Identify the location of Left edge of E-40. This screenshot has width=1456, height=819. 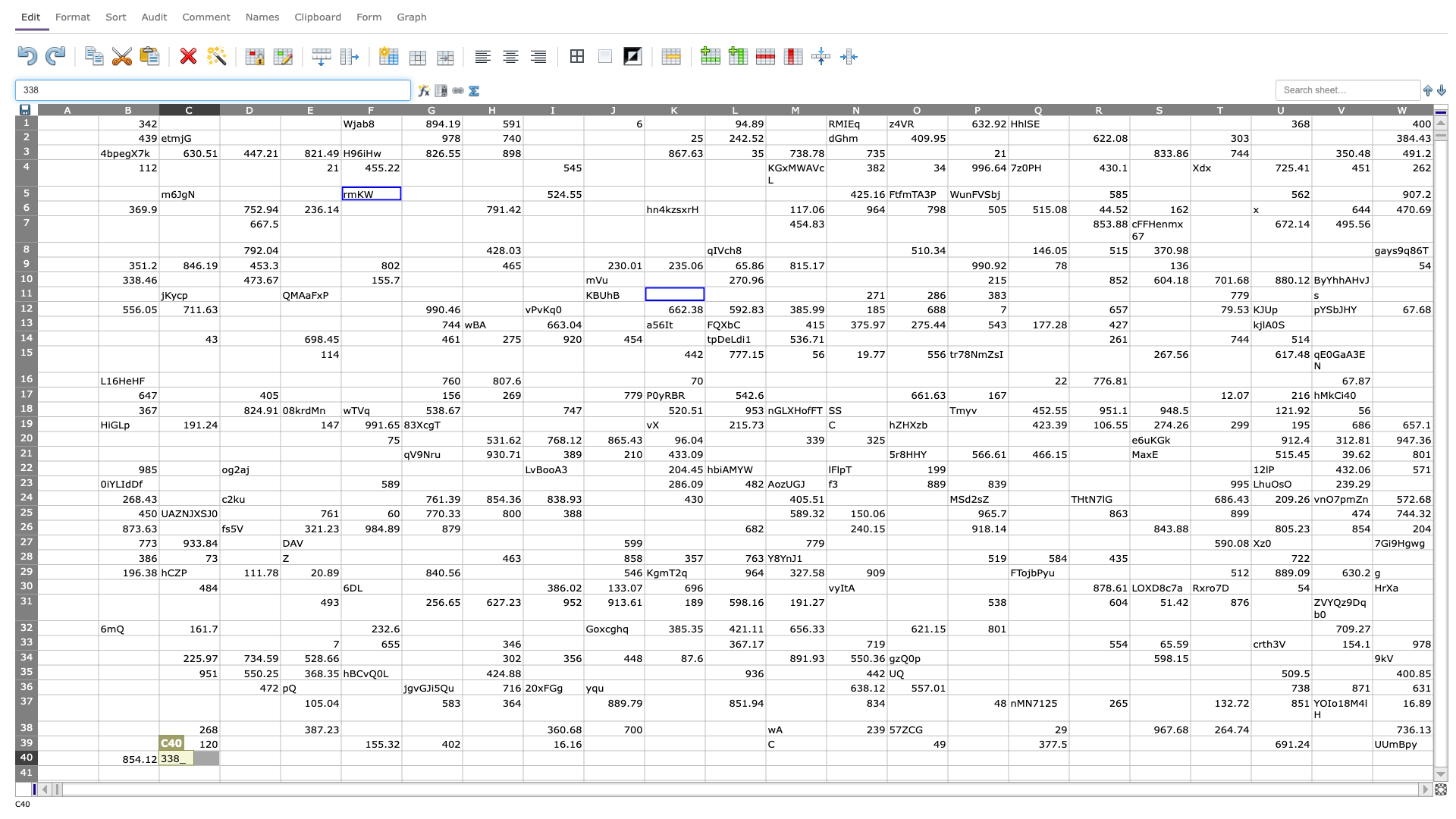
(280, 758).